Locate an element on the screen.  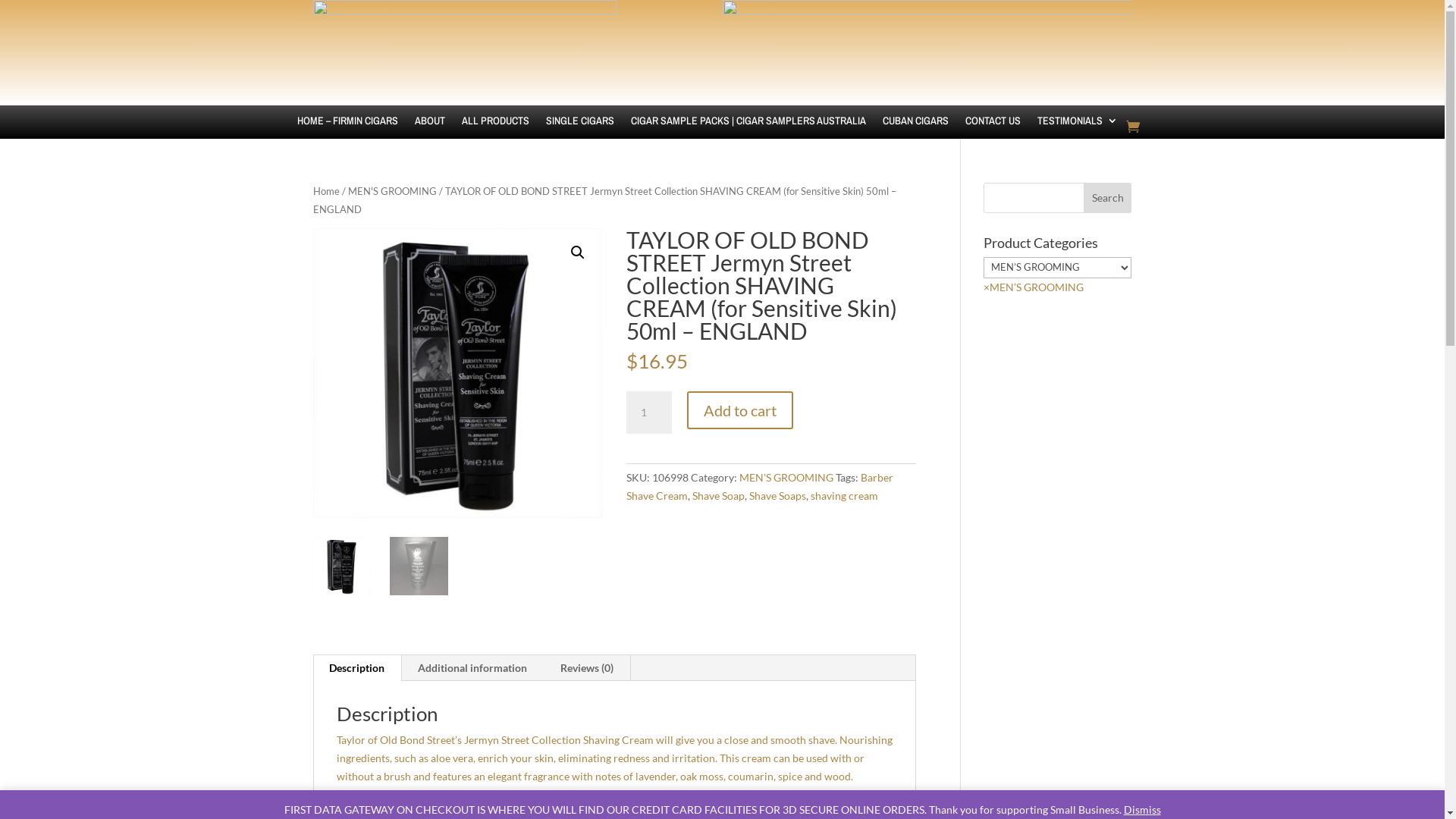
'ALL PRODUCTS' is located at coordinates (494, 130).